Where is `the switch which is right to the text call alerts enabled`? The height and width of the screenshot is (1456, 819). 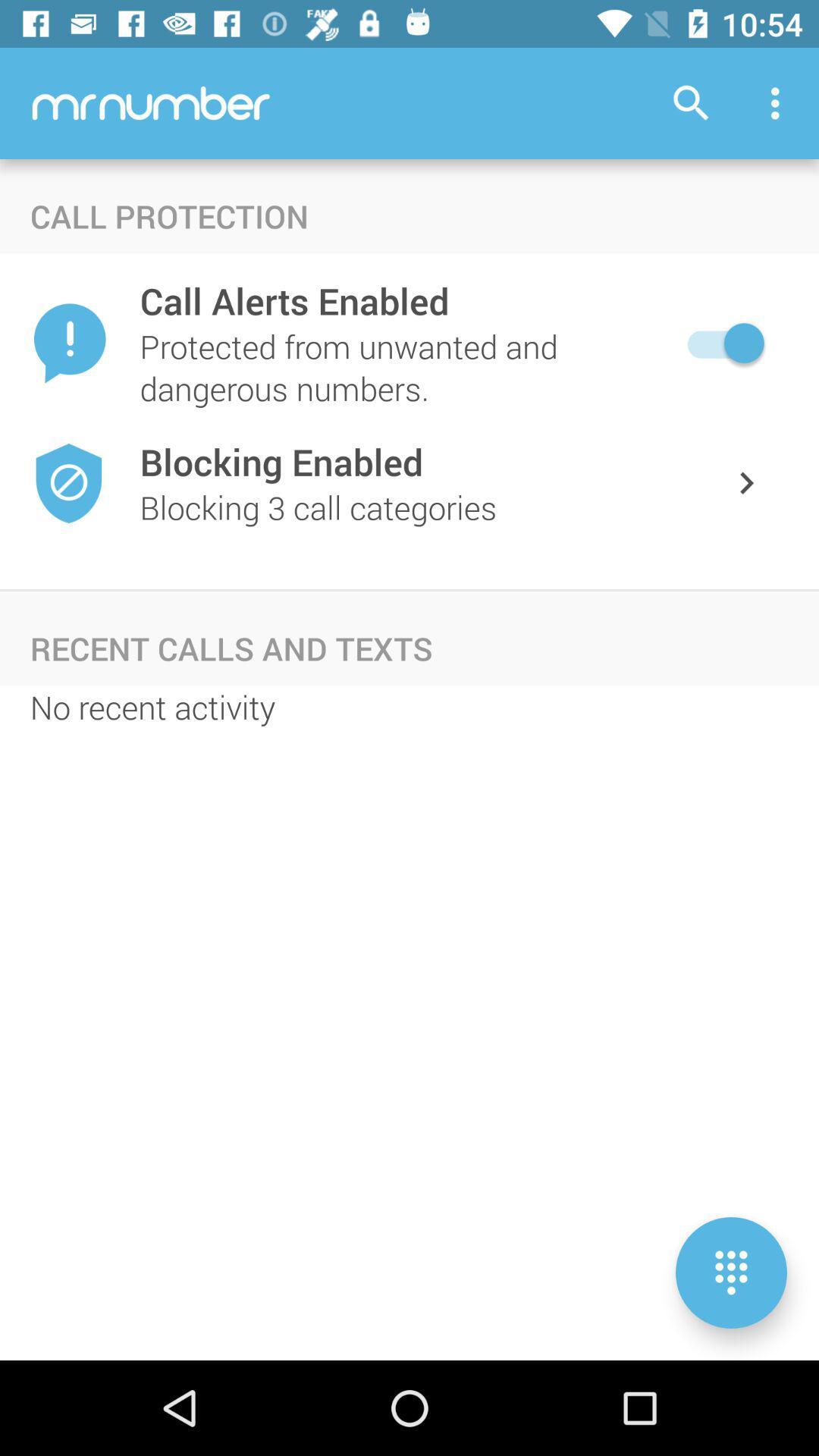 the switch which is right to the text call alerts enabled is located at coordinates (721, 342).